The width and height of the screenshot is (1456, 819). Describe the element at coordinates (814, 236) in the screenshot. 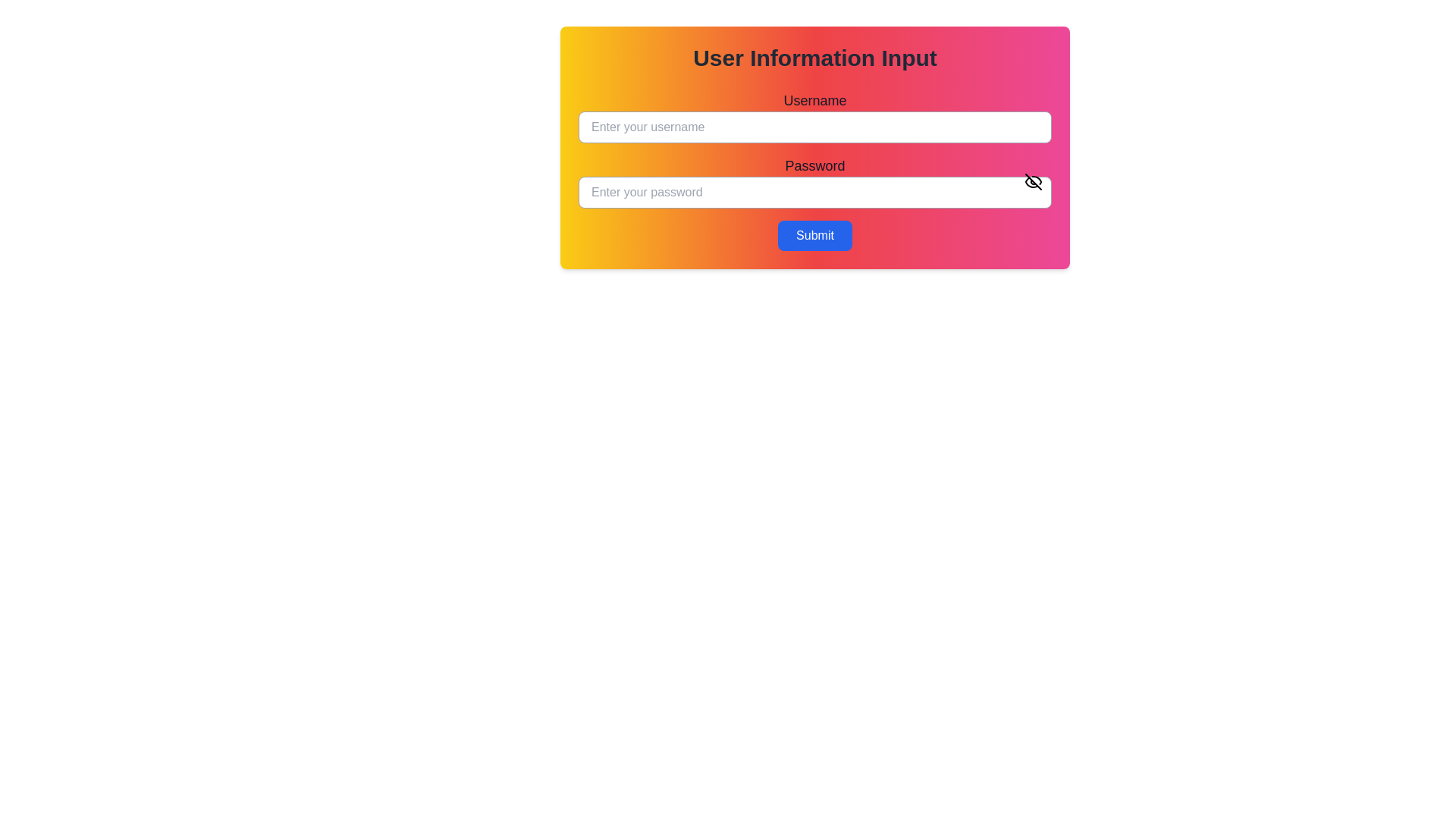

I see `the submission button located at the bottom center of the form` at that location.